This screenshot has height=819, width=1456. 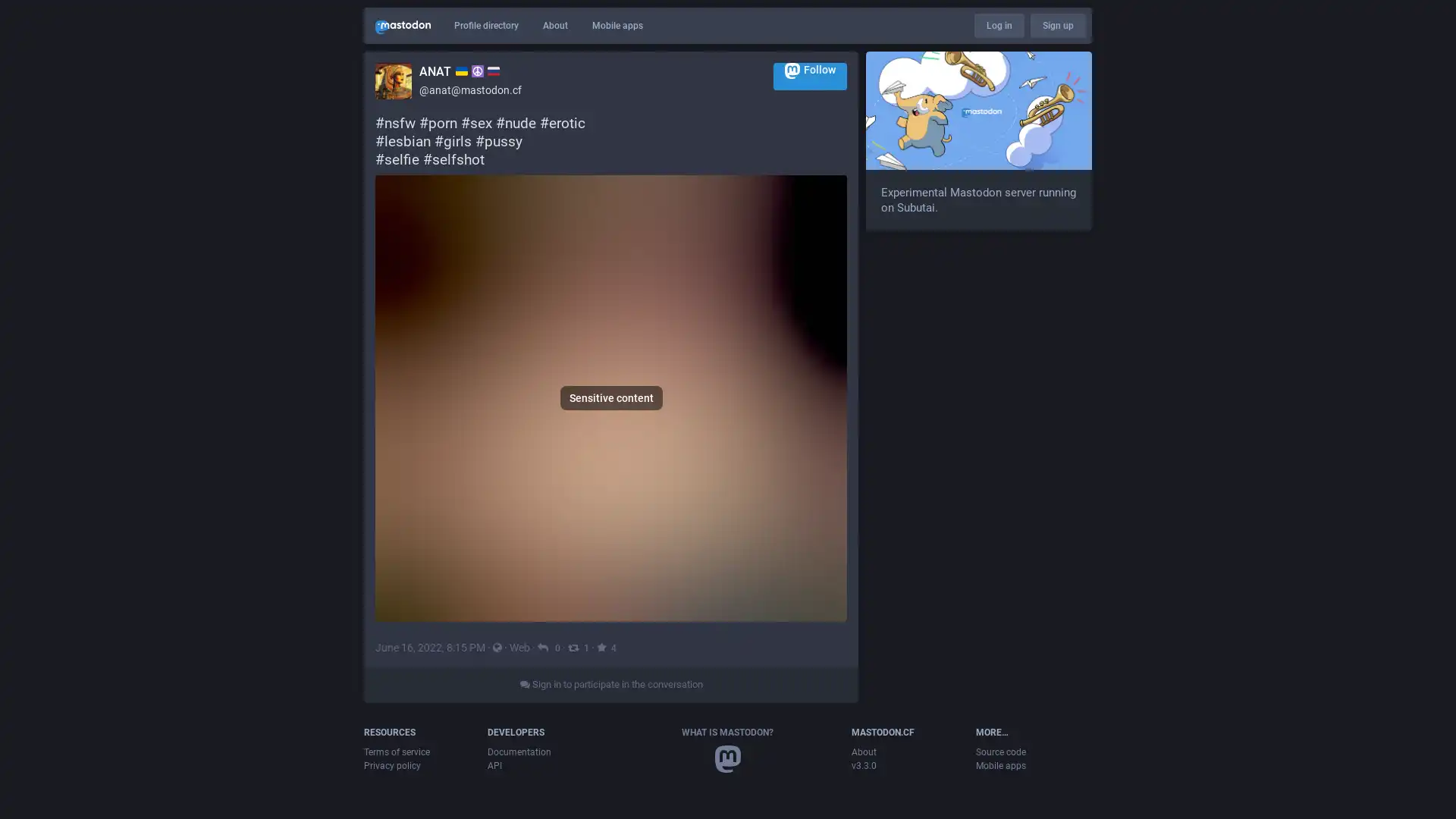 What do you see at coordinates (611, 488) in the screenshot?
I see `Sensitive content` at bounding box center [611, 488].